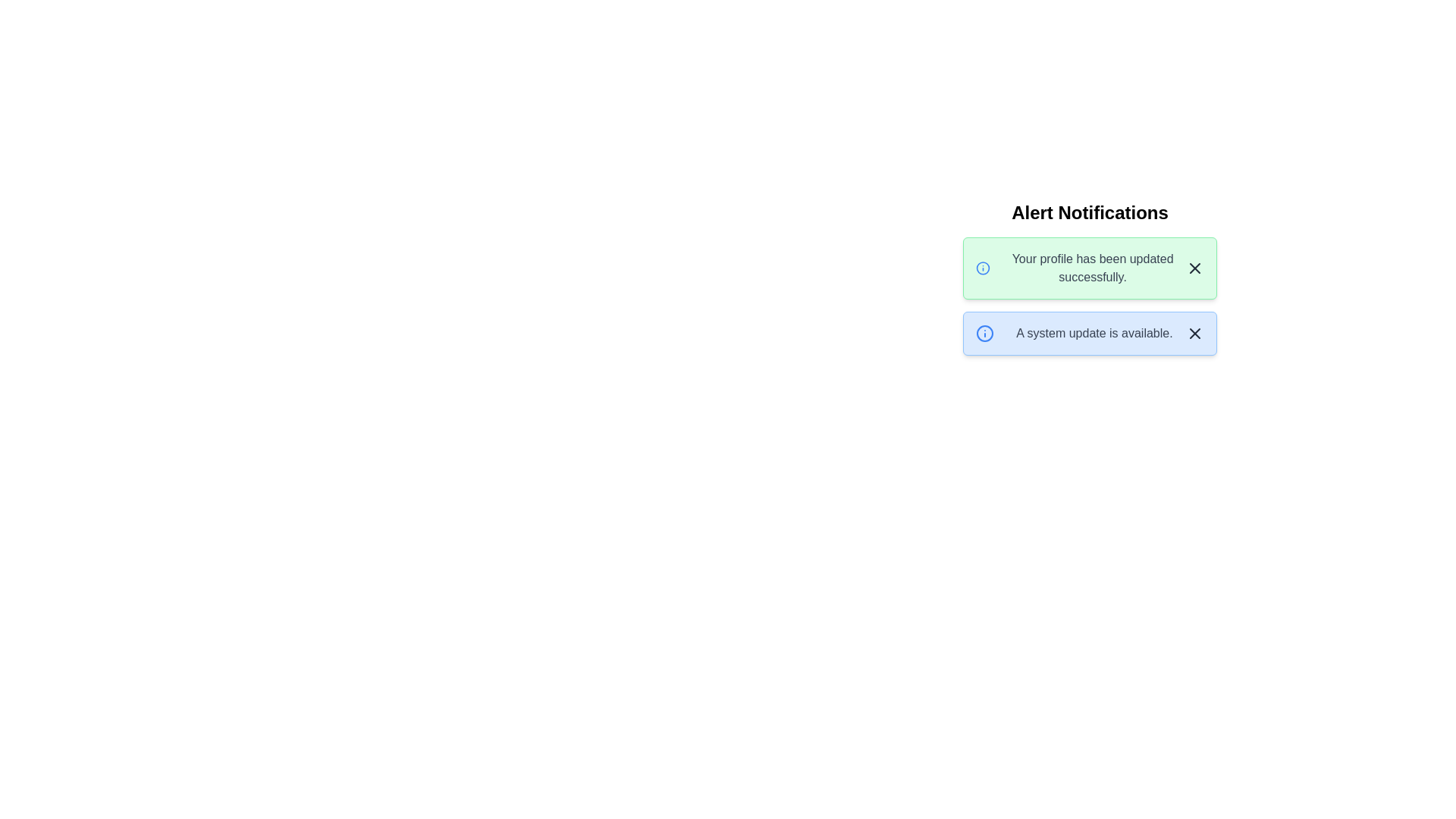 Image resolution: width=1456 pixels, height=819 pixels. I want to click on the outer circular part of the informational icon located inside the green notification box titled 'Your profile has been updated successfully.', so click(983, 268).